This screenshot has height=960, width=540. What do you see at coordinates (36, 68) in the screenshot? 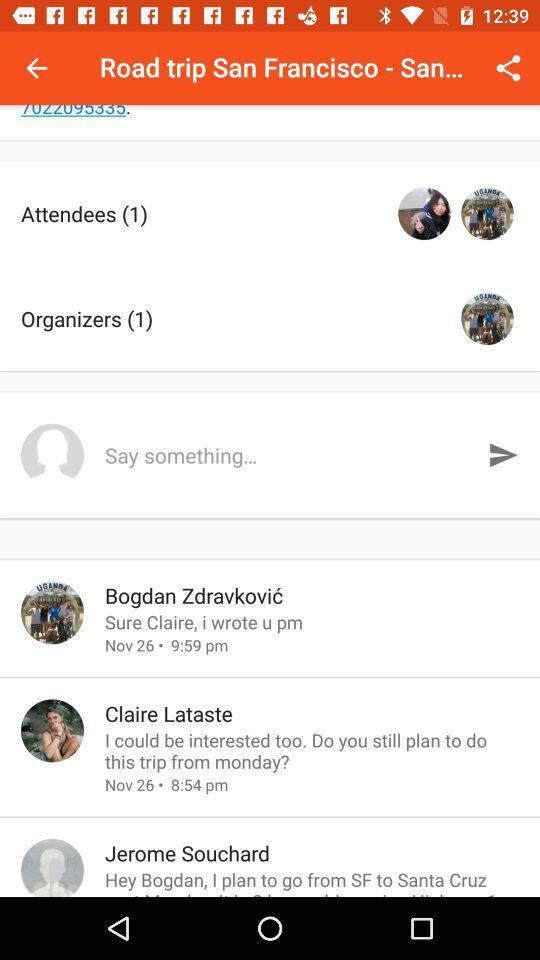
I see `previous` at bounding box center [36, 68].